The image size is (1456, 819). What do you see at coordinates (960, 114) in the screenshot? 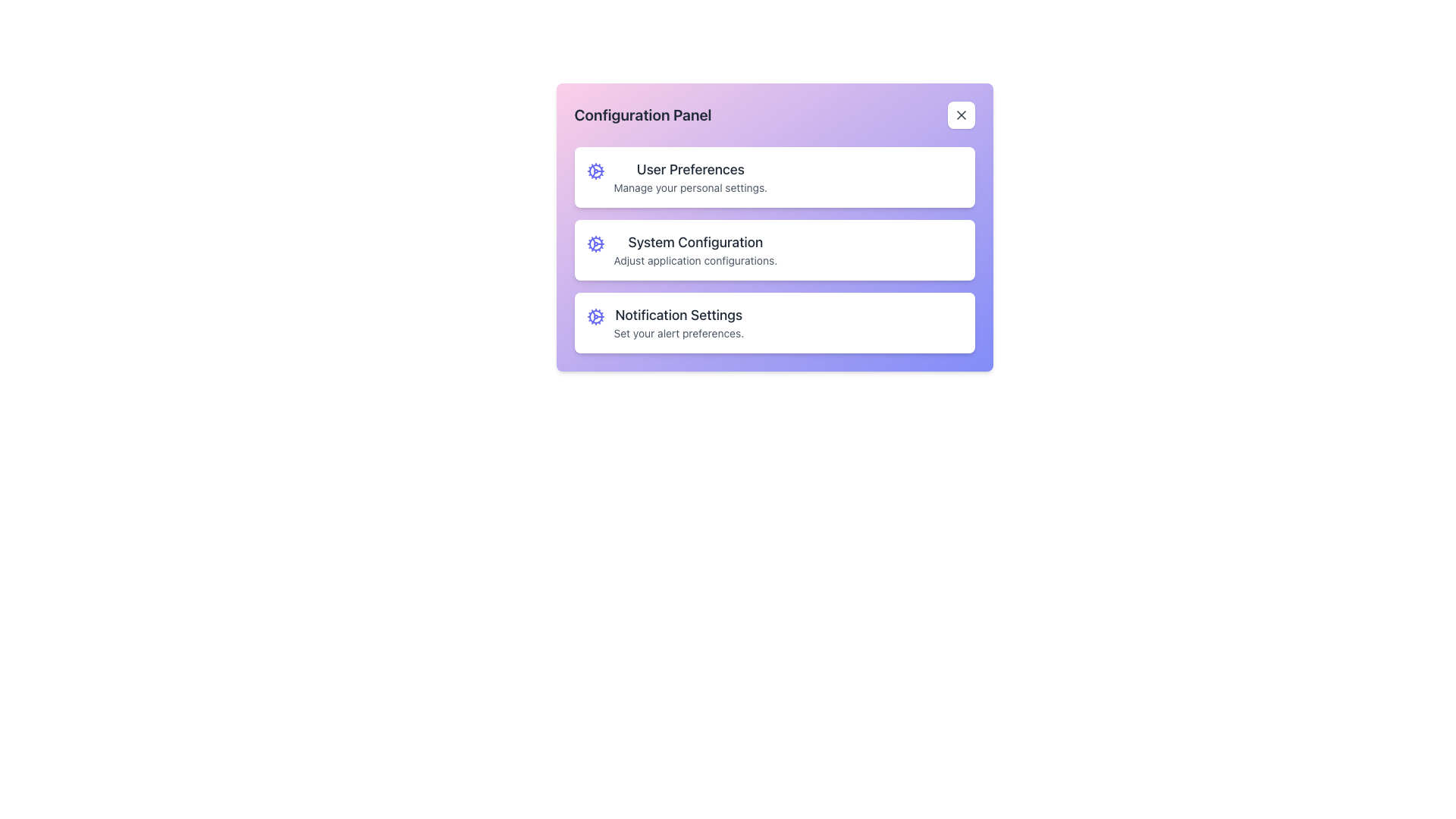
I see `the close button located at the top-right corner of the 'Configuration Panel'` at bounding box center [960, 114].